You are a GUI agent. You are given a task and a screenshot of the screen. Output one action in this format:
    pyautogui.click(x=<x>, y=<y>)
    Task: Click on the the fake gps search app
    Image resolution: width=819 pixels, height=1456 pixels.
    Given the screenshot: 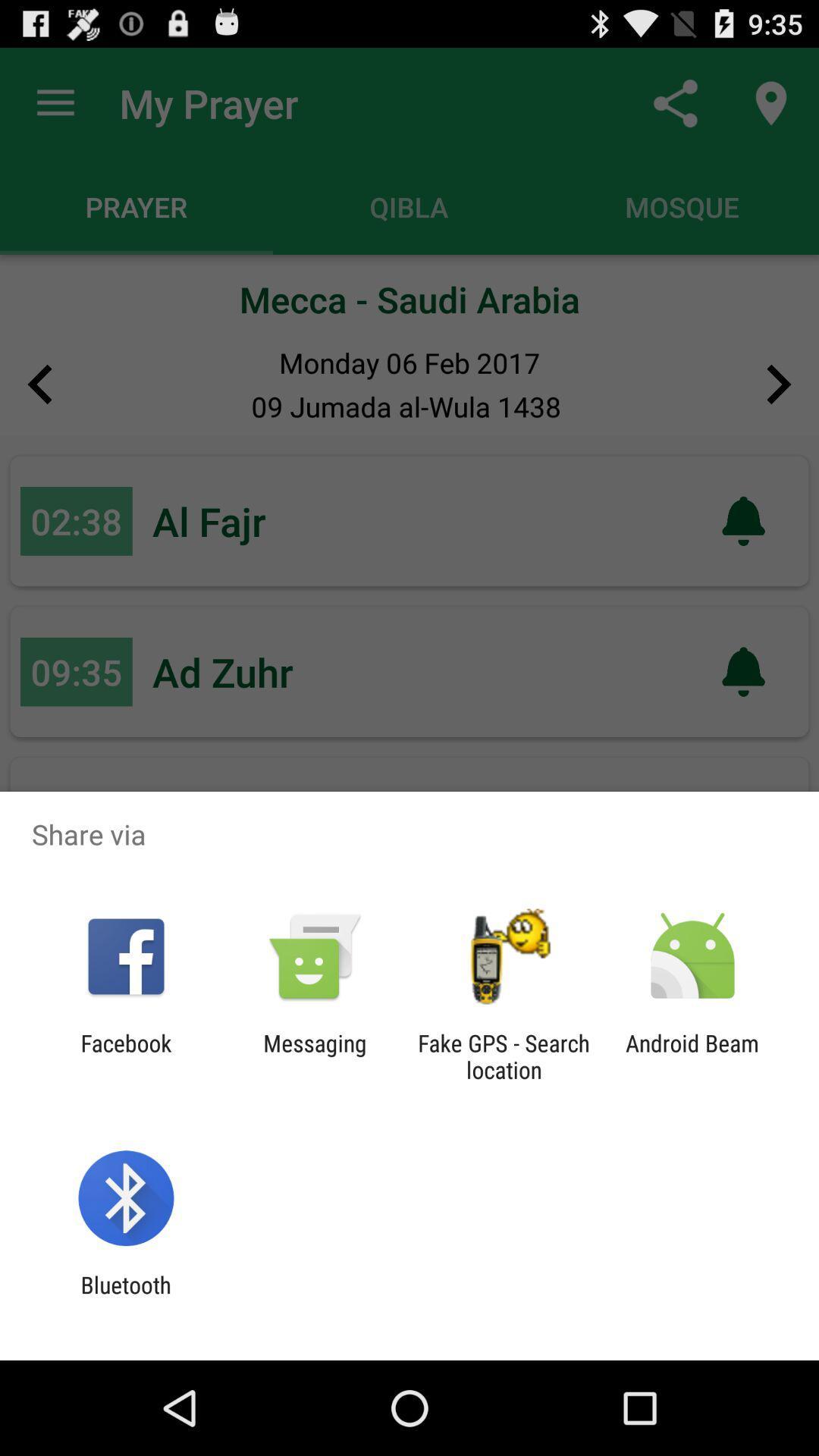 What is the action you would take?
    pyautogui.click(x=504, y=1056)
    